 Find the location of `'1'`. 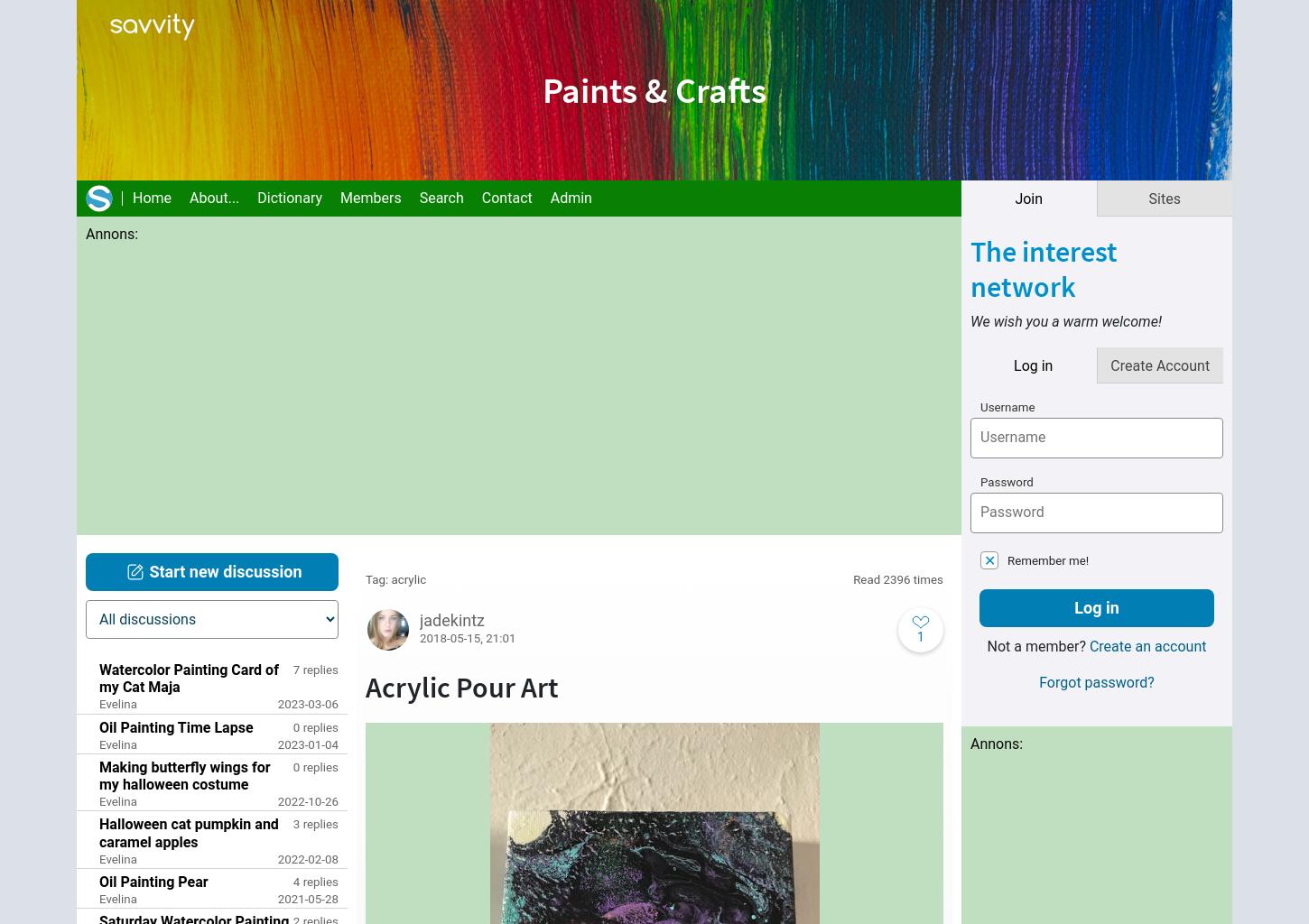

'1' is located at coordinates (920, 636).